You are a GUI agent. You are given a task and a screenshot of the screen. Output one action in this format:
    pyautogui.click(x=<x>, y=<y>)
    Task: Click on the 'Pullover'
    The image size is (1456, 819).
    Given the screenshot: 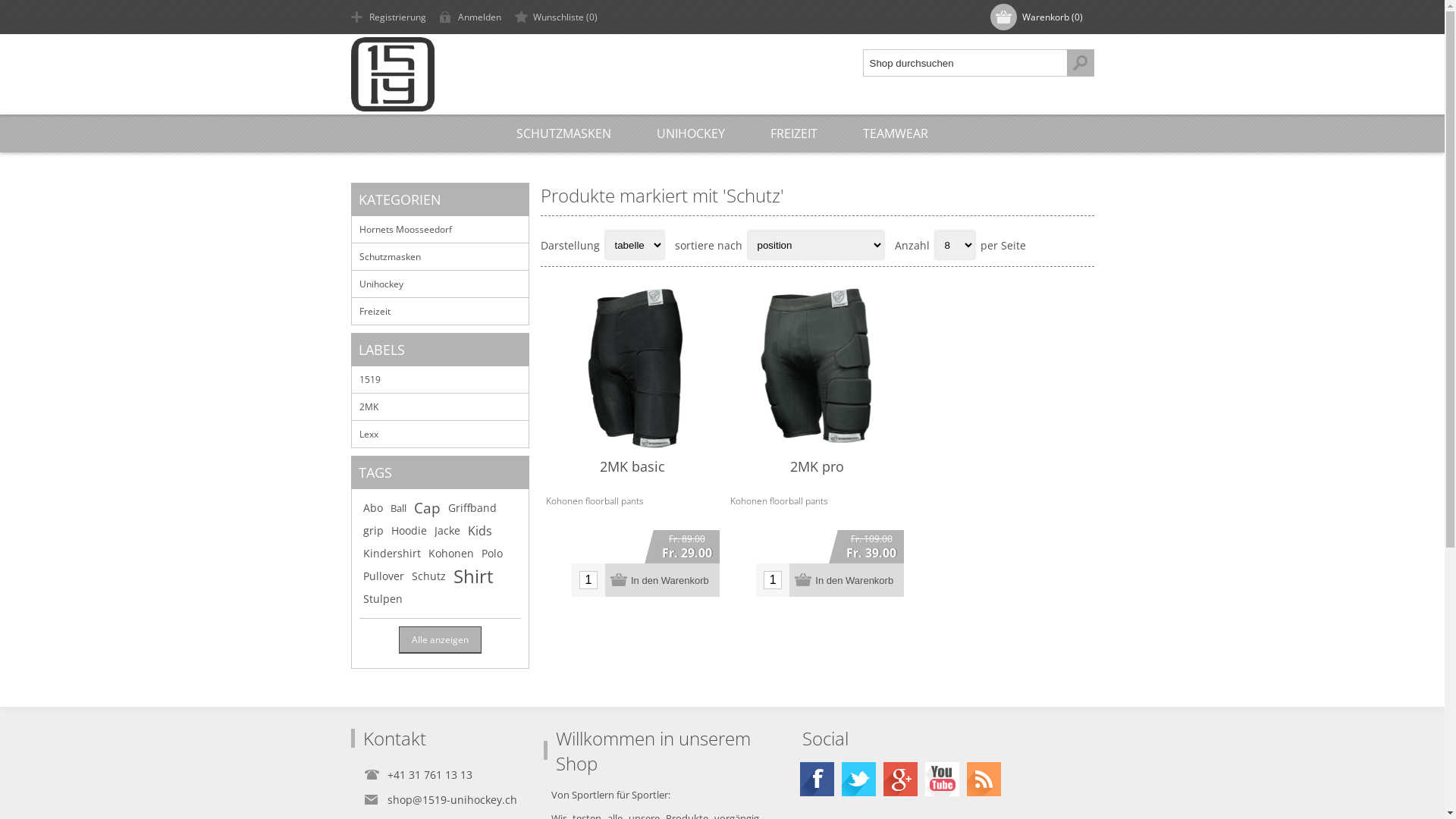 What is the action you would take?
    pyautogui.click(x=362, y=576)
    